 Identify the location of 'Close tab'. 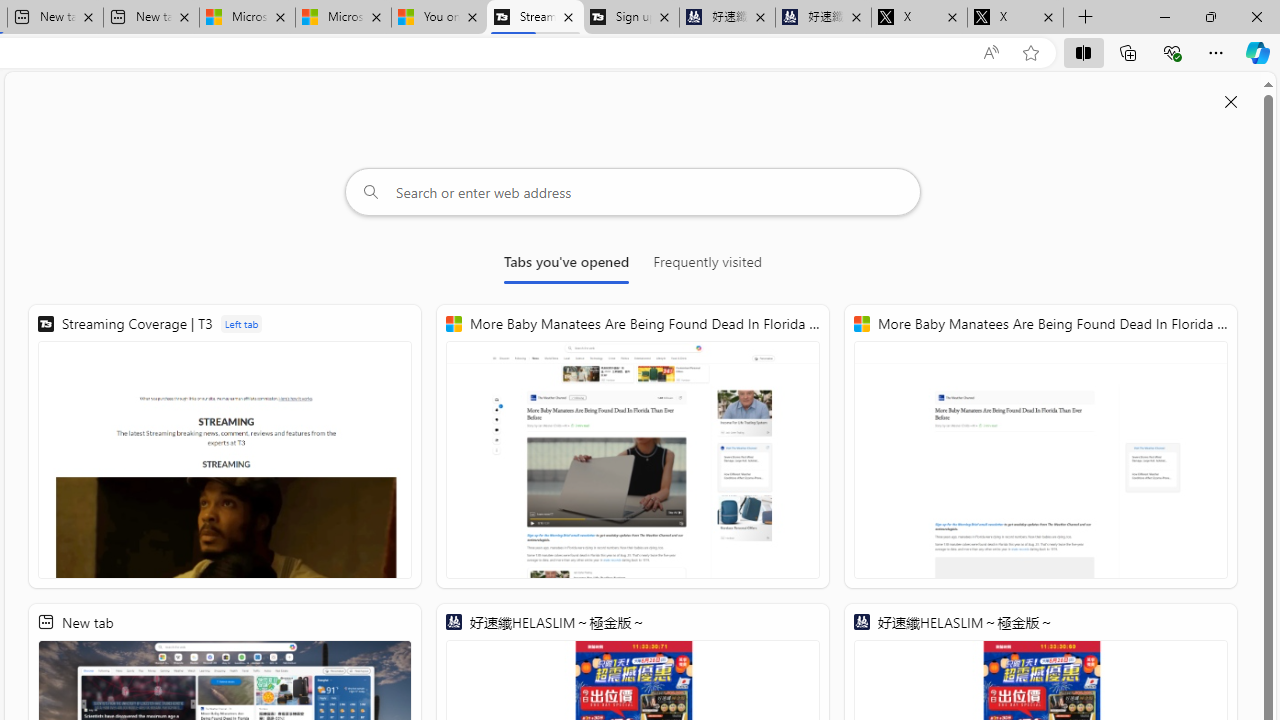
(1047, 17).